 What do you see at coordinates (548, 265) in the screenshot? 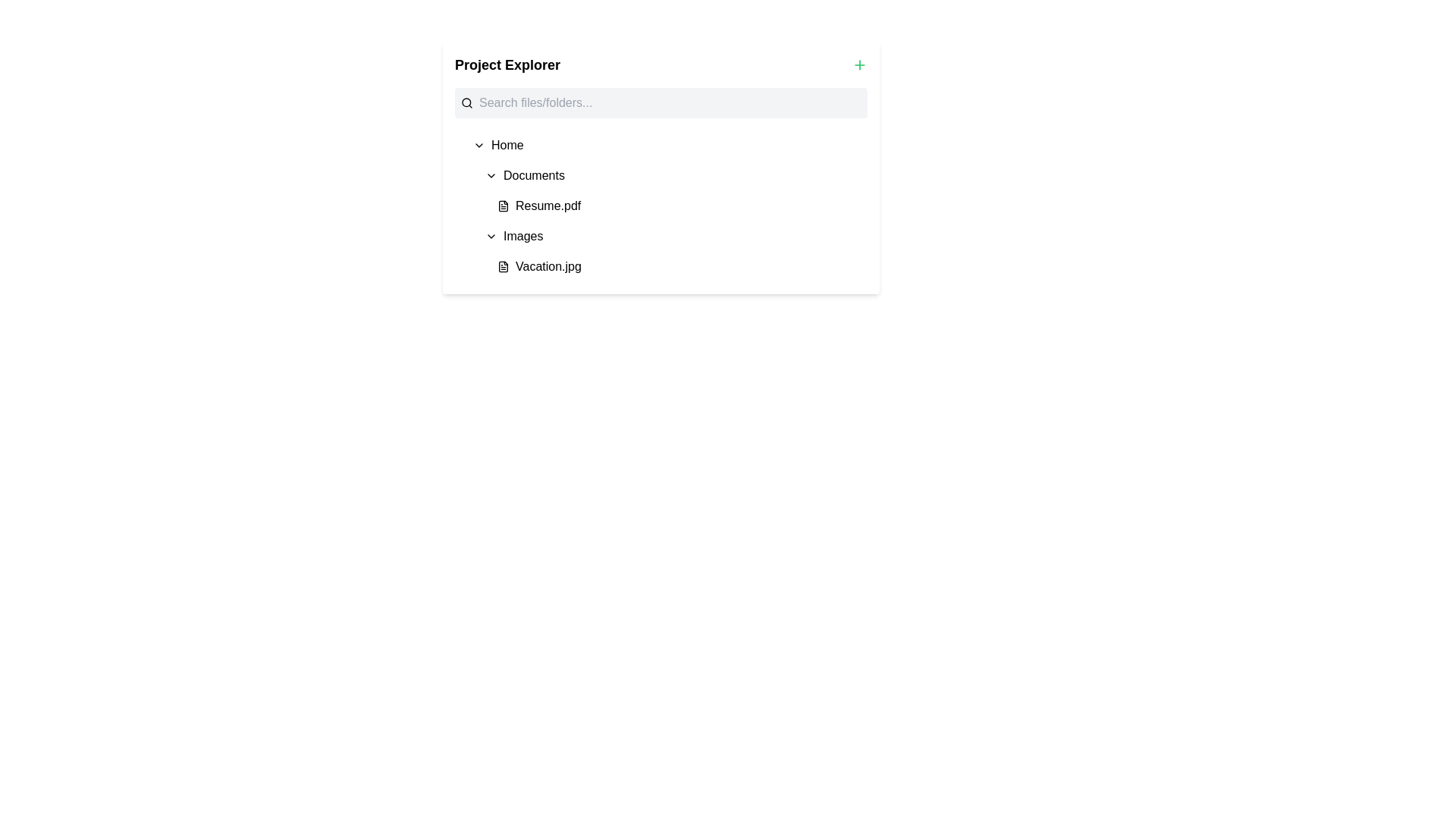
I see `the label displaying the file name 'Vacation.jpg' located to the right of the document icon in the 'Images' folder under 'Project Explorer'` at bounding box center [548, 265].